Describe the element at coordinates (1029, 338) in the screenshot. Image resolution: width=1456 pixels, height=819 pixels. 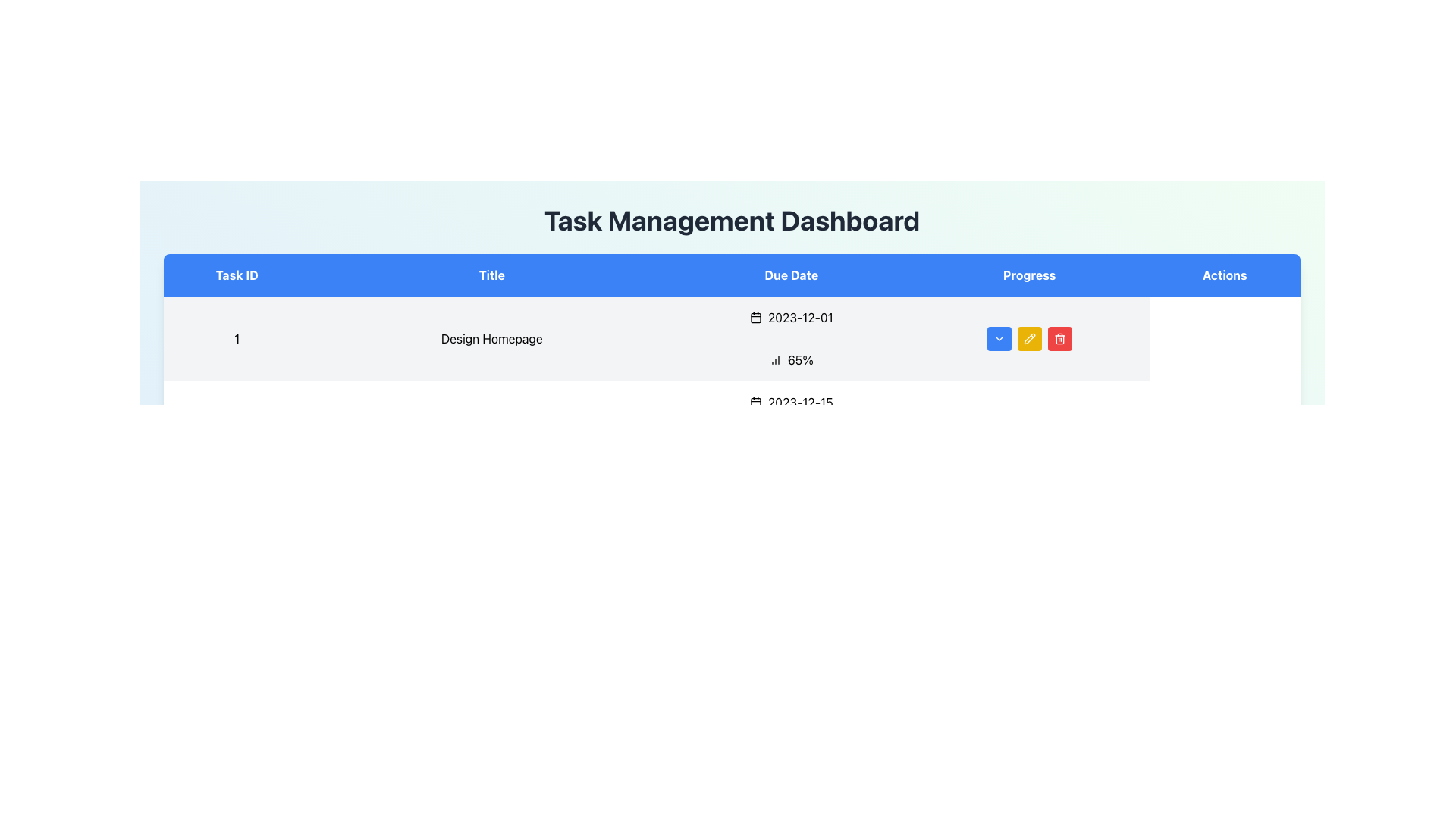
I see `the yellow button with white text and a rounded border in the 'Actions' column for 'Design Homepage' to invoke the editing function` at that location.